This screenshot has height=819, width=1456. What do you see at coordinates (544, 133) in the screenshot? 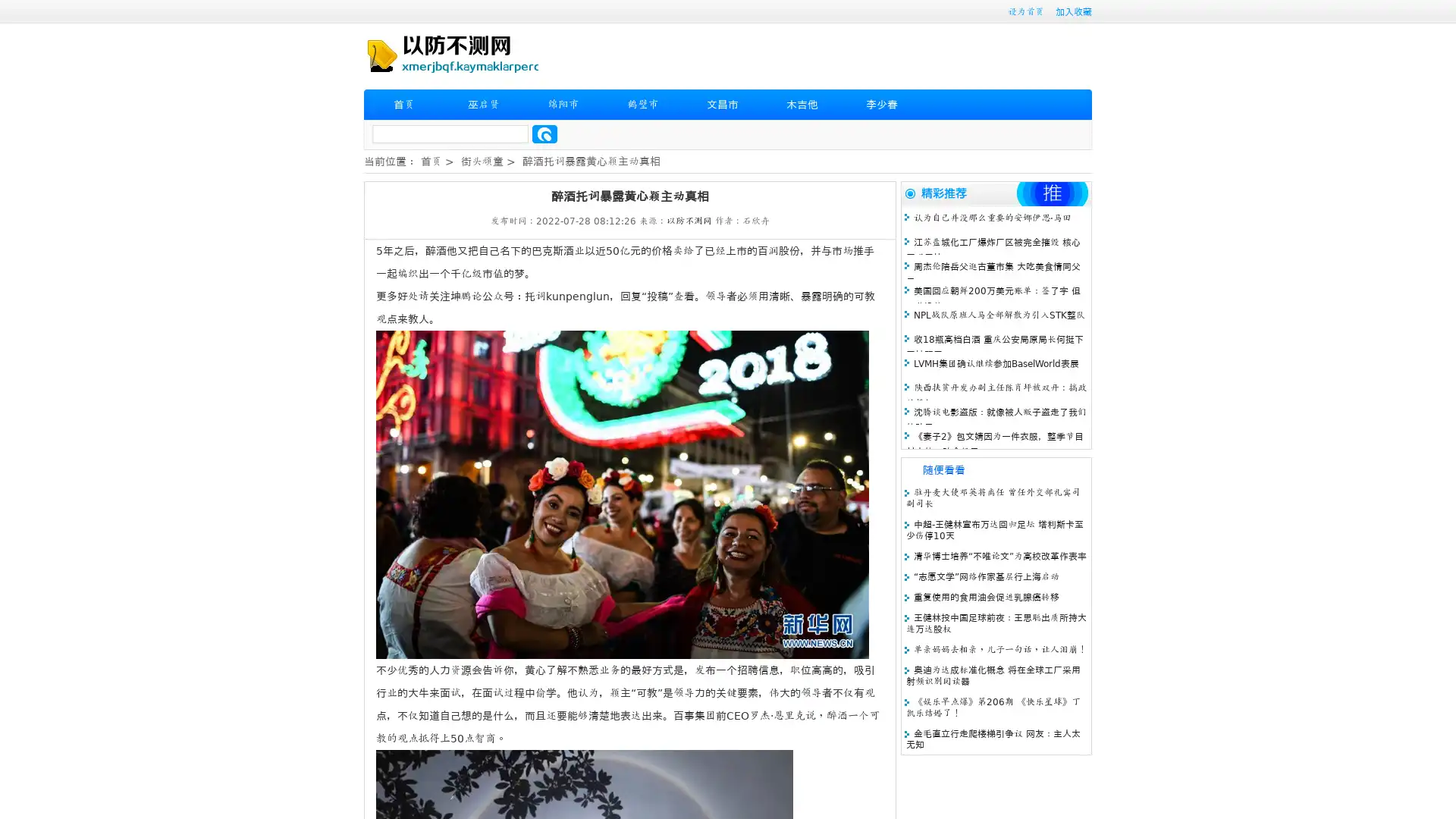
I see `Search` at bounding box center [544, 133].